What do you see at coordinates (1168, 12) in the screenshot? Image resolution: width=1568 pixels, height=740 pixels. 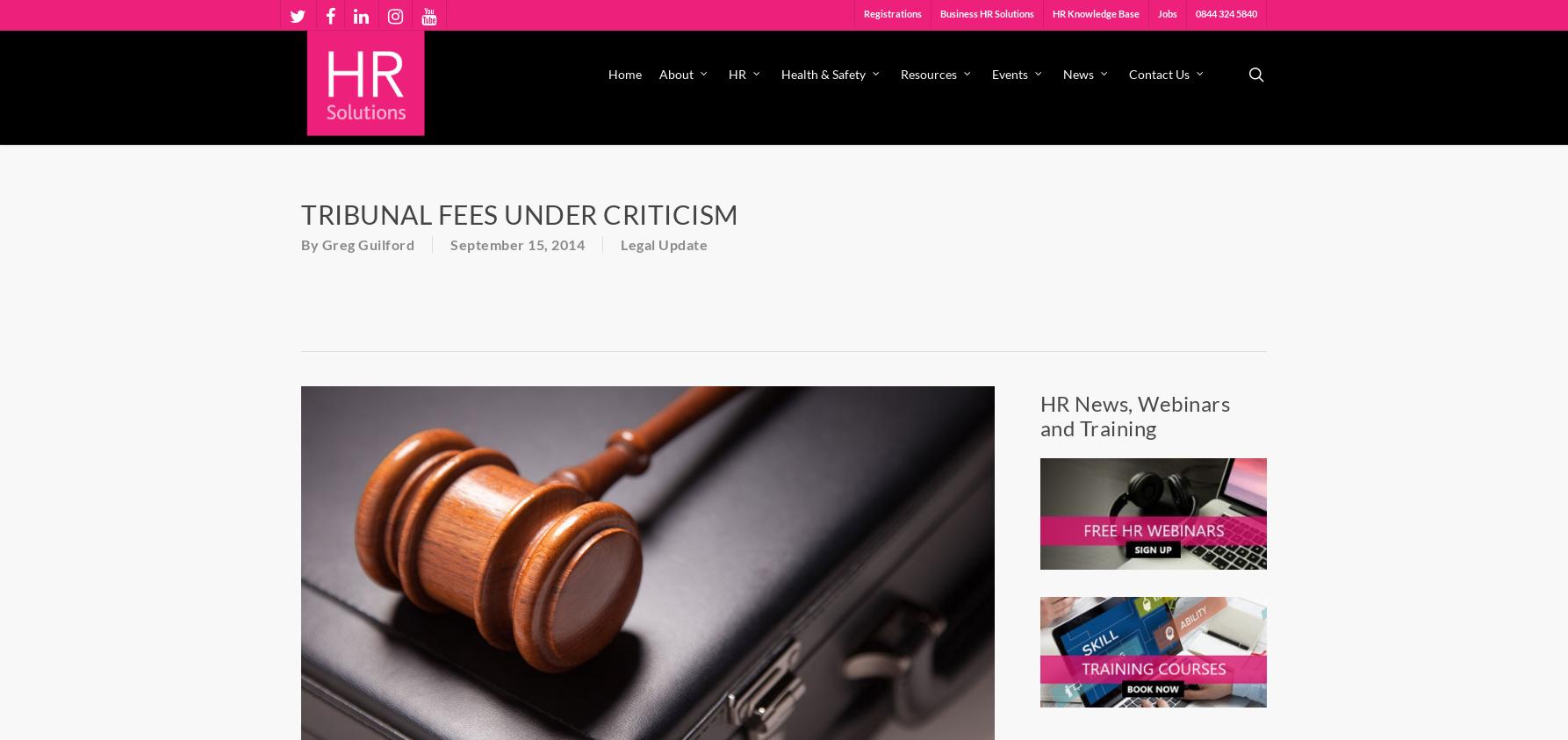 I see `'Jobs'` at bounding box center [1168, 12].